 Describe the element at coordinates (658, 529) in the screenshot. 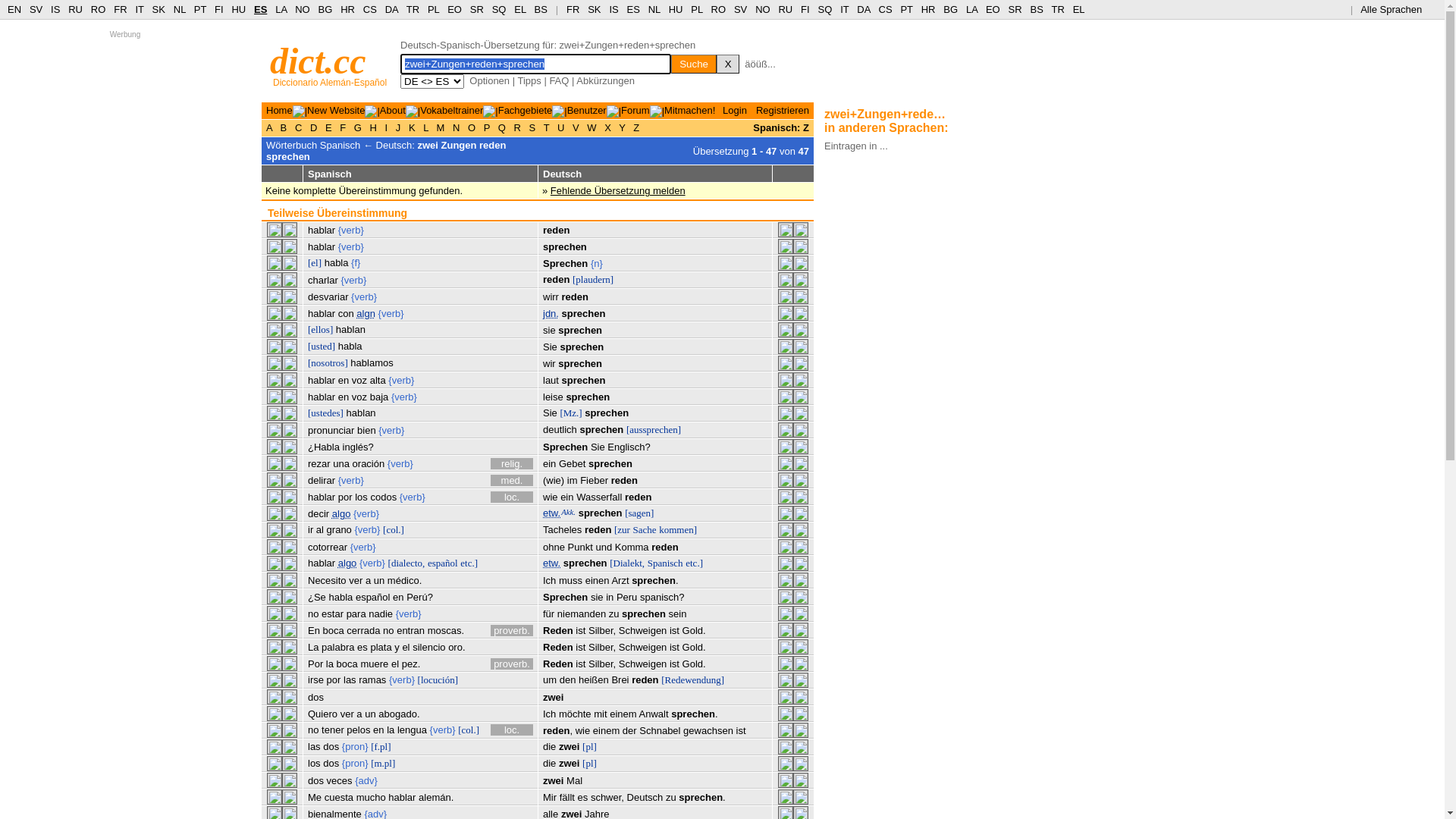

I see `'kommen]'` at that location.